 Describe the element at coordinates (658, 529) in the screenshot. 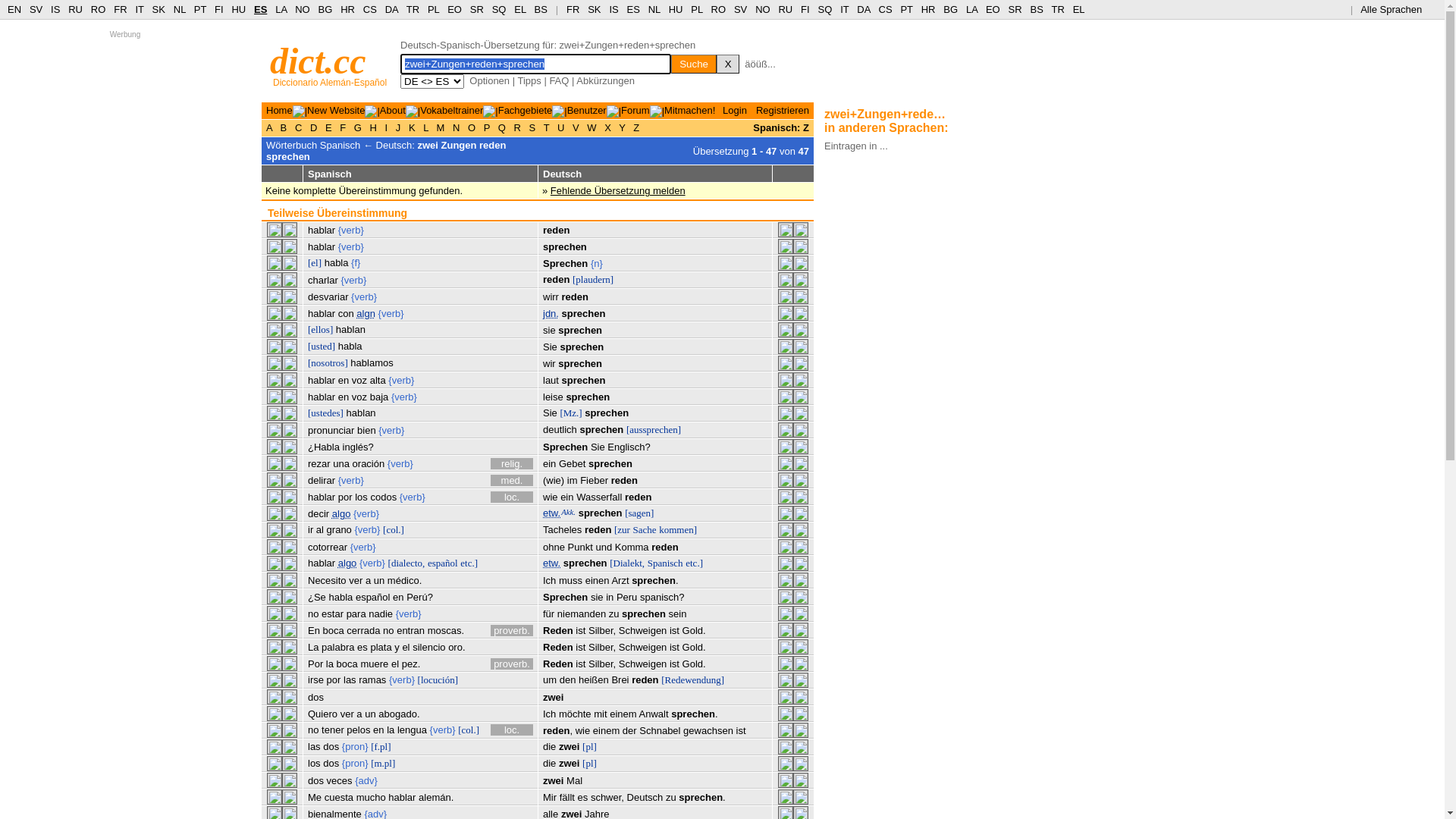

I see `'kommen]'` at that location.